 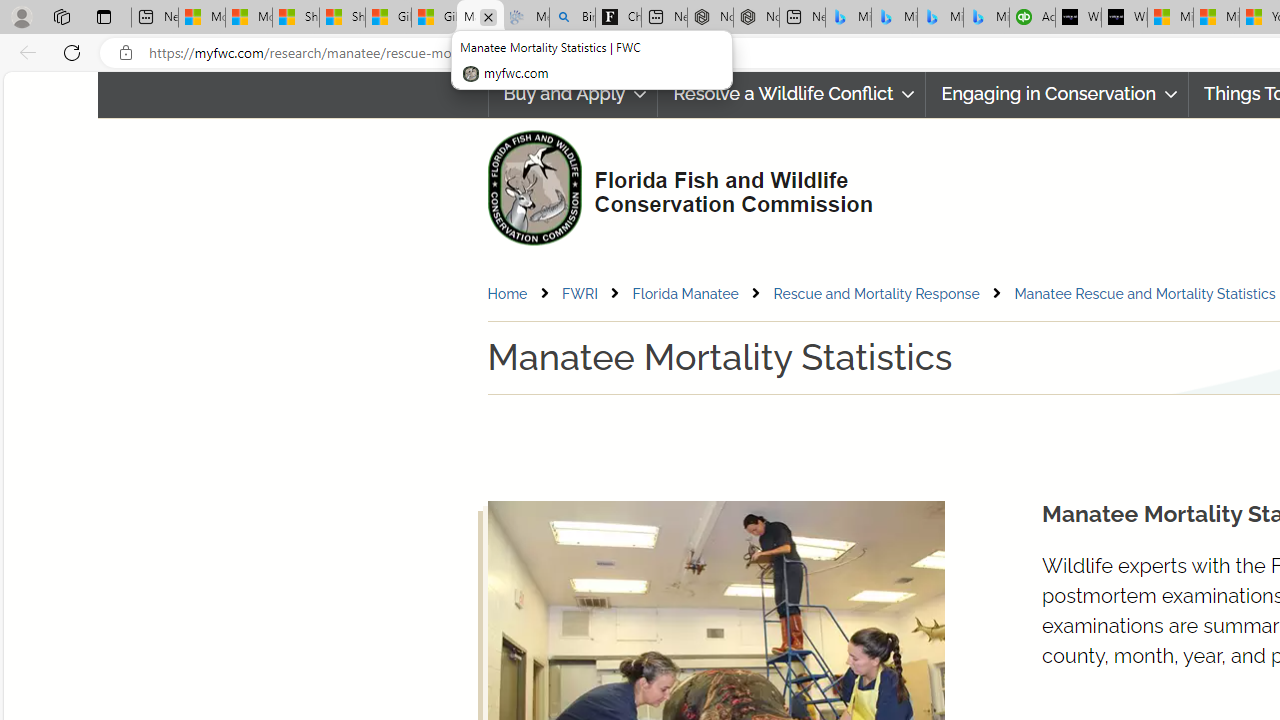 I want to click on 'Workspaces', so click(x=61, y=16).